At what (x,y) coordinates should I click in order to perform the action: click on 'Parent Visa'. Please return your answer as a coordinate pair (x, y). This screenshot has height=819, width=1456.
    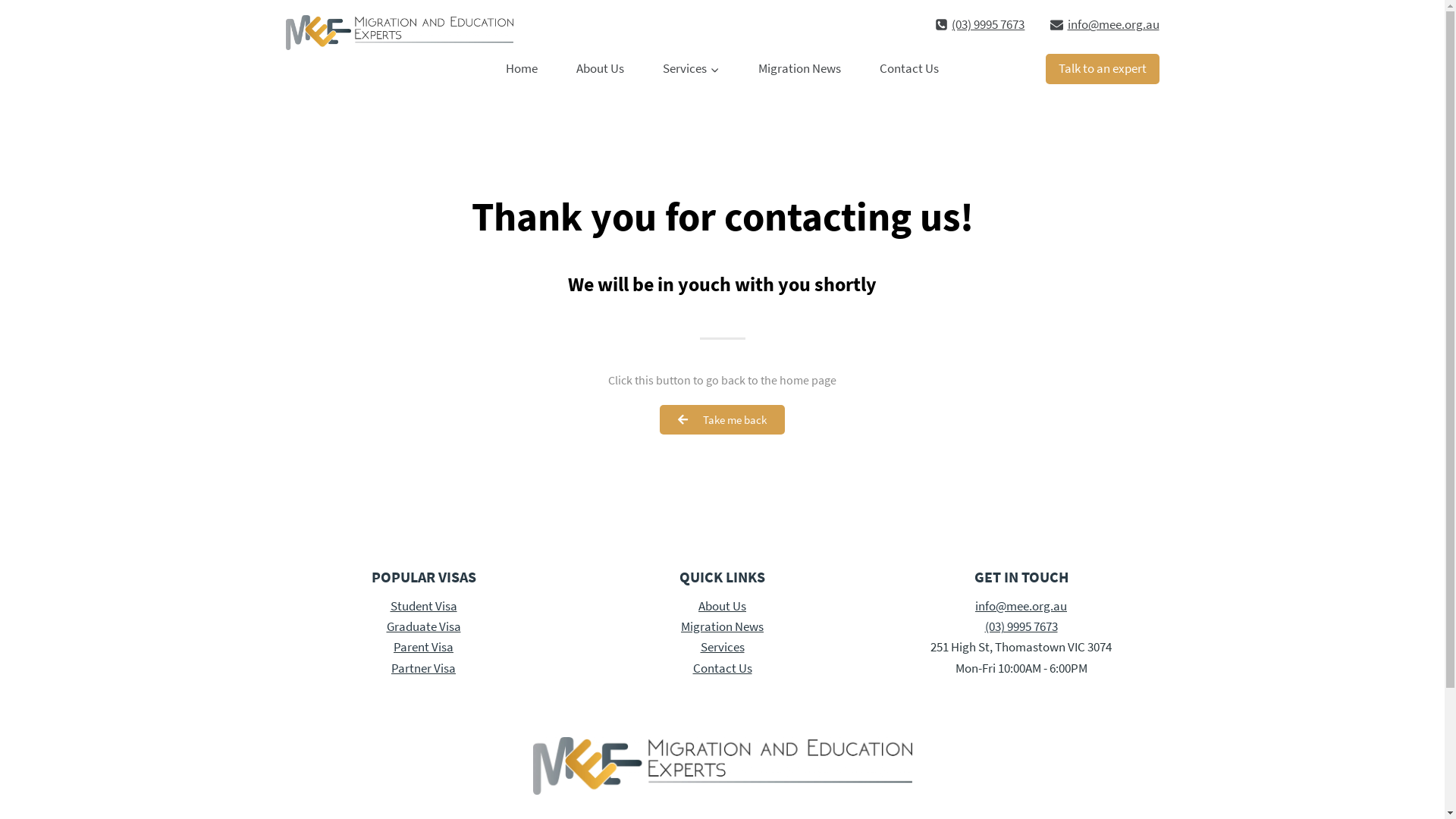
    Looking at the image, I should click on (423, 646).